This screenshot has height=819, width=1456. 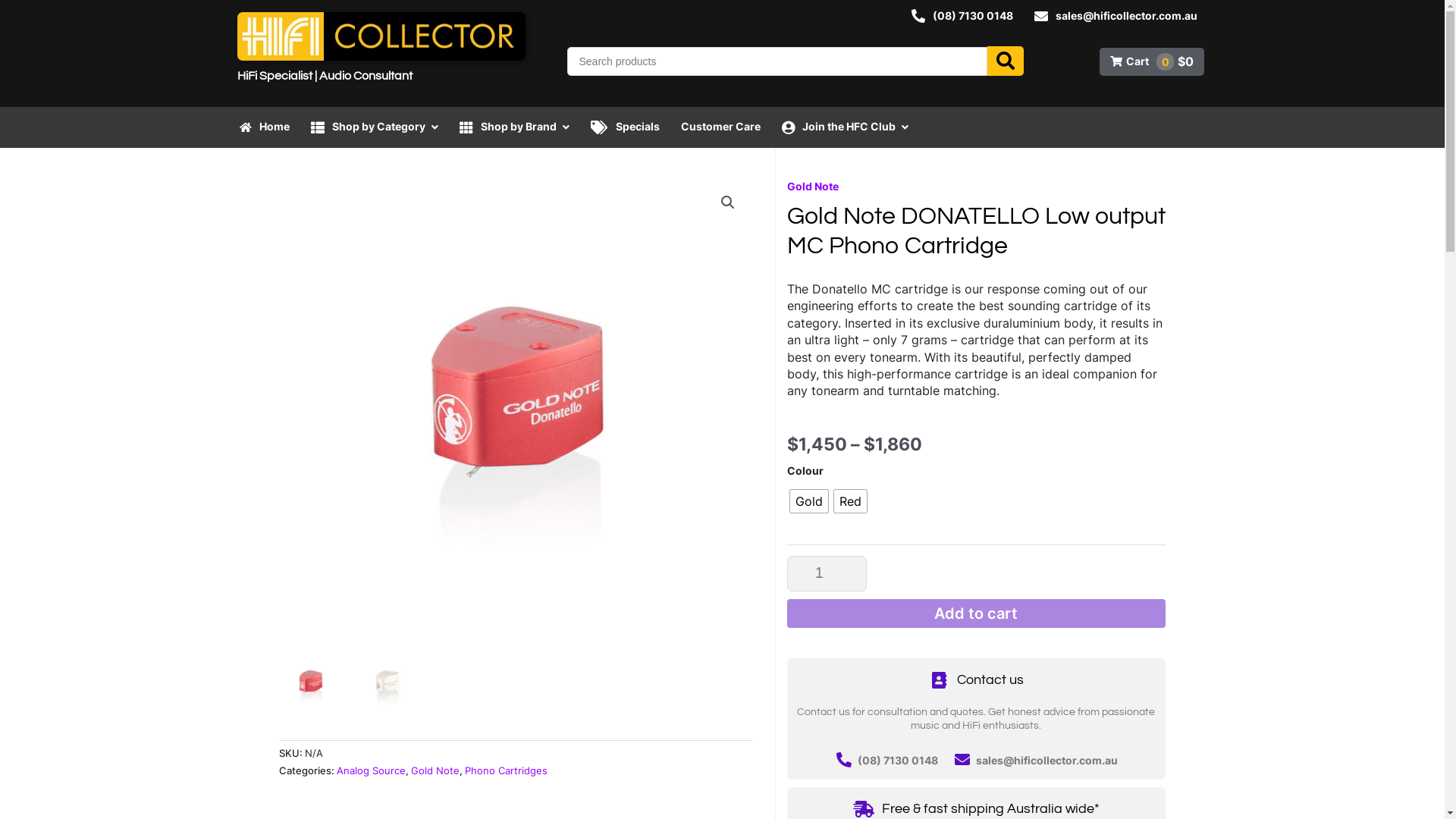 What do you see at coordinates (228, 125) in the screenshot?
I see `'Home'` at bounding box center [228, 125].